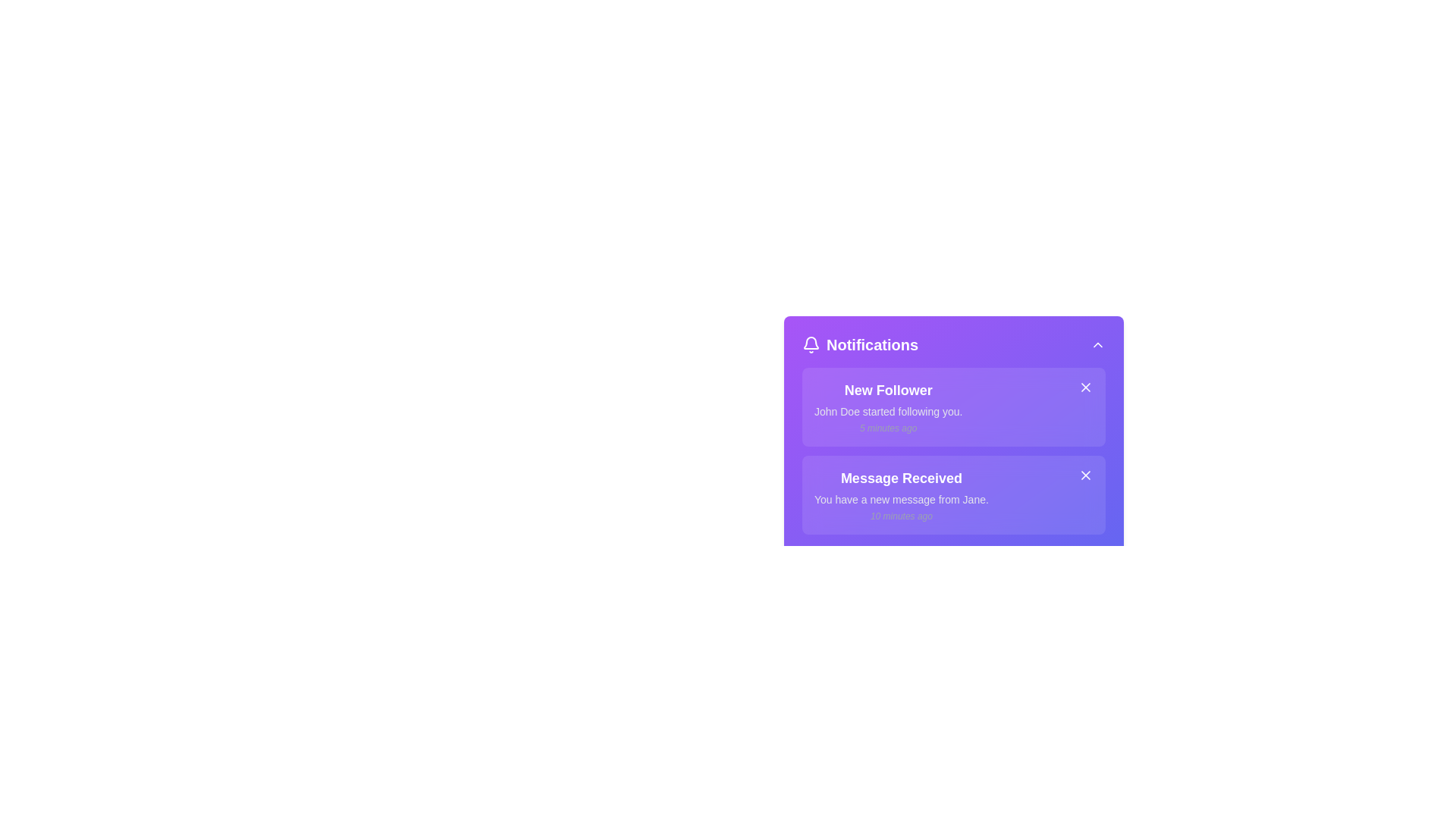 This screenshot has height=819, width=1456. What do you see at coordinates (1098, 345) in the screenshot?
I see `the small upward-facing chevron icon styled in white on a purple background, located at the top-right corner of the 'Notifications' section` at bounding box center [1098, 345].